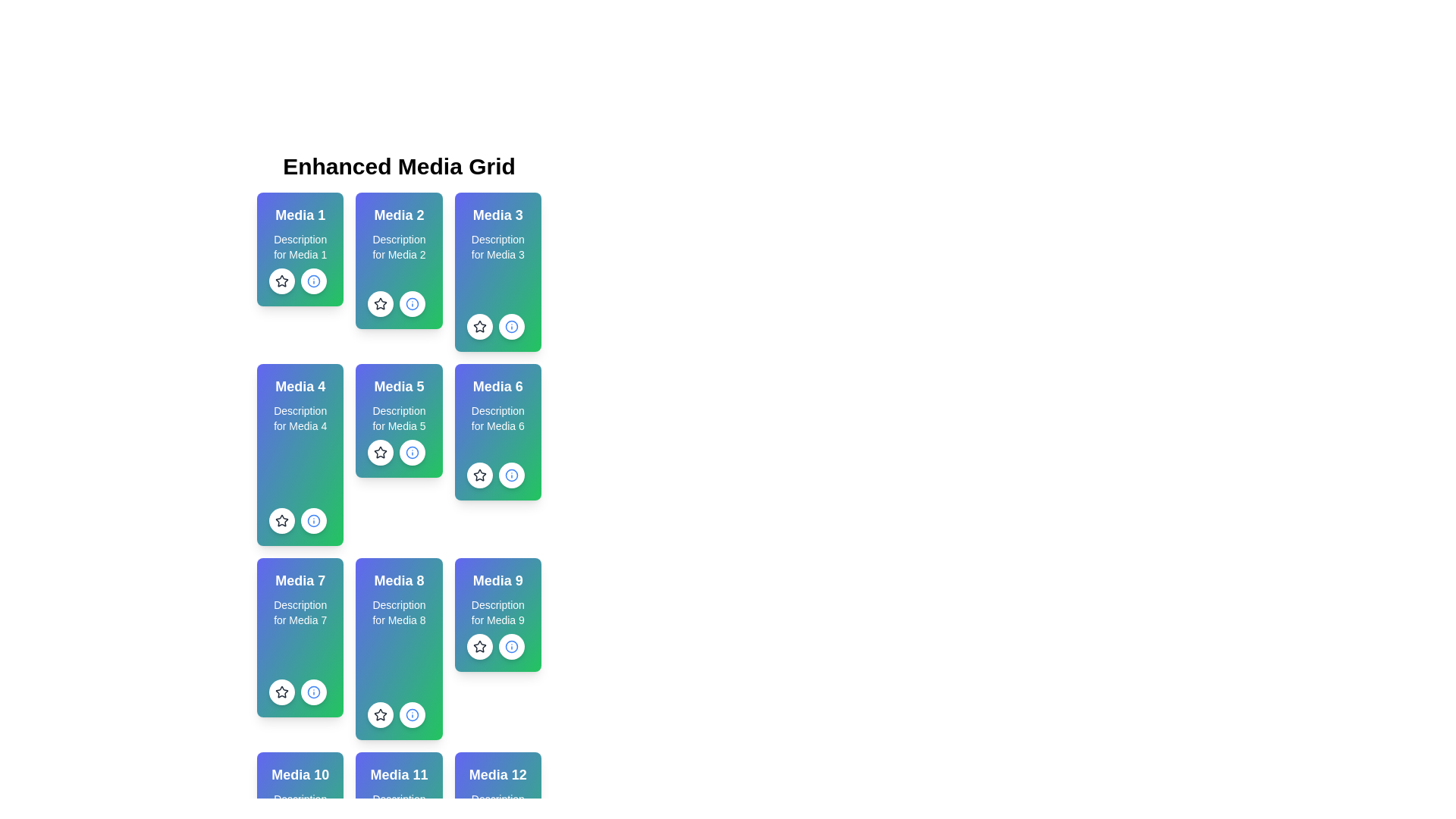 The height and width of the screenshot is (819, 1456). What do you see at coordinates (413, 714) in the screenshot?
I see `the information button located in the bottom-right corner of the 'Media 8' card` at bounding box center [413, 714].